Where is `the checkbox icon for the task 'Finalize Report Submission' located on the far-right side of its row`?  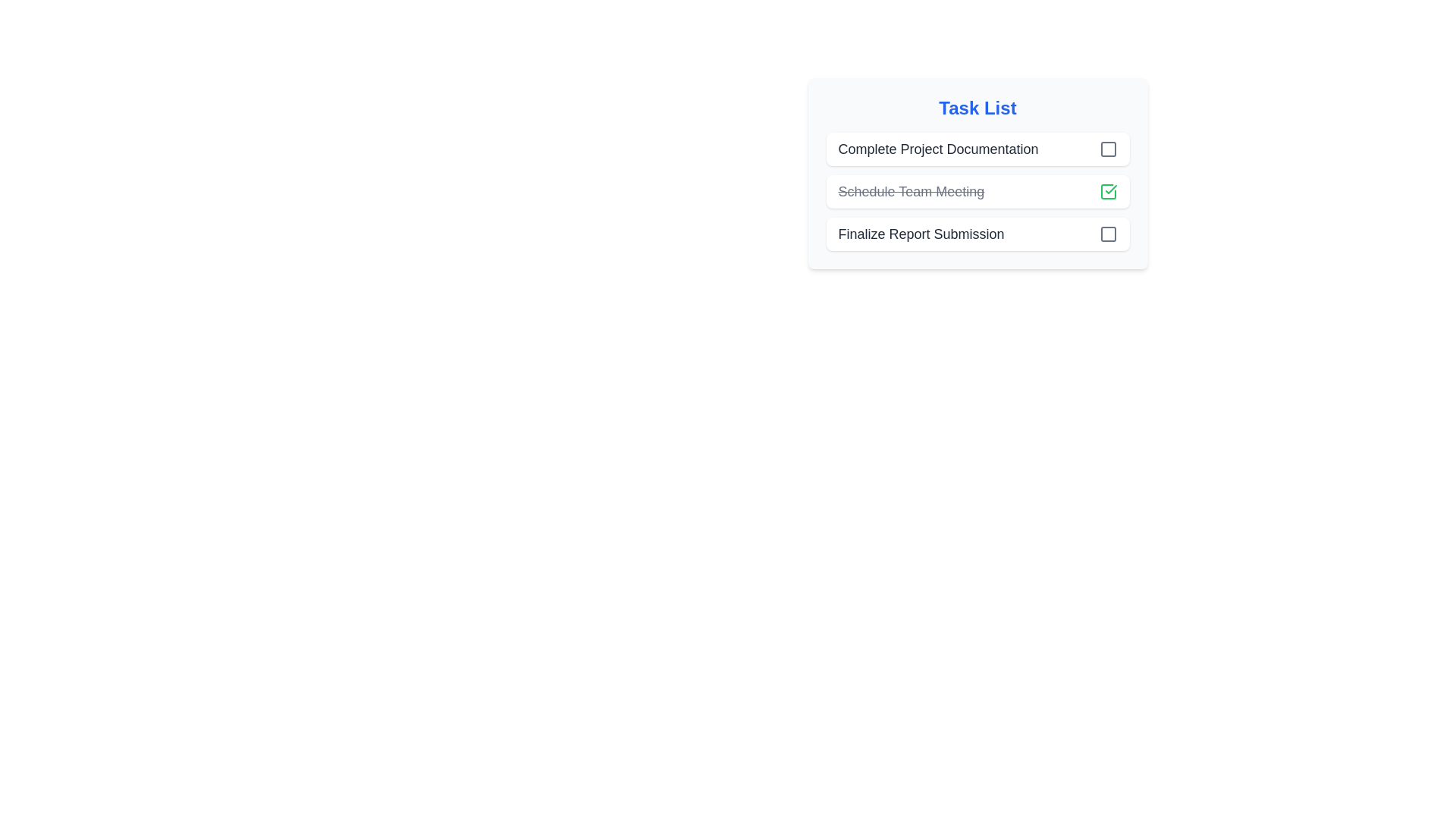 the checkbox icon for the task 'Finalize Report Submission' located on the far-right side of its row is located at coordinates (1108, 234).